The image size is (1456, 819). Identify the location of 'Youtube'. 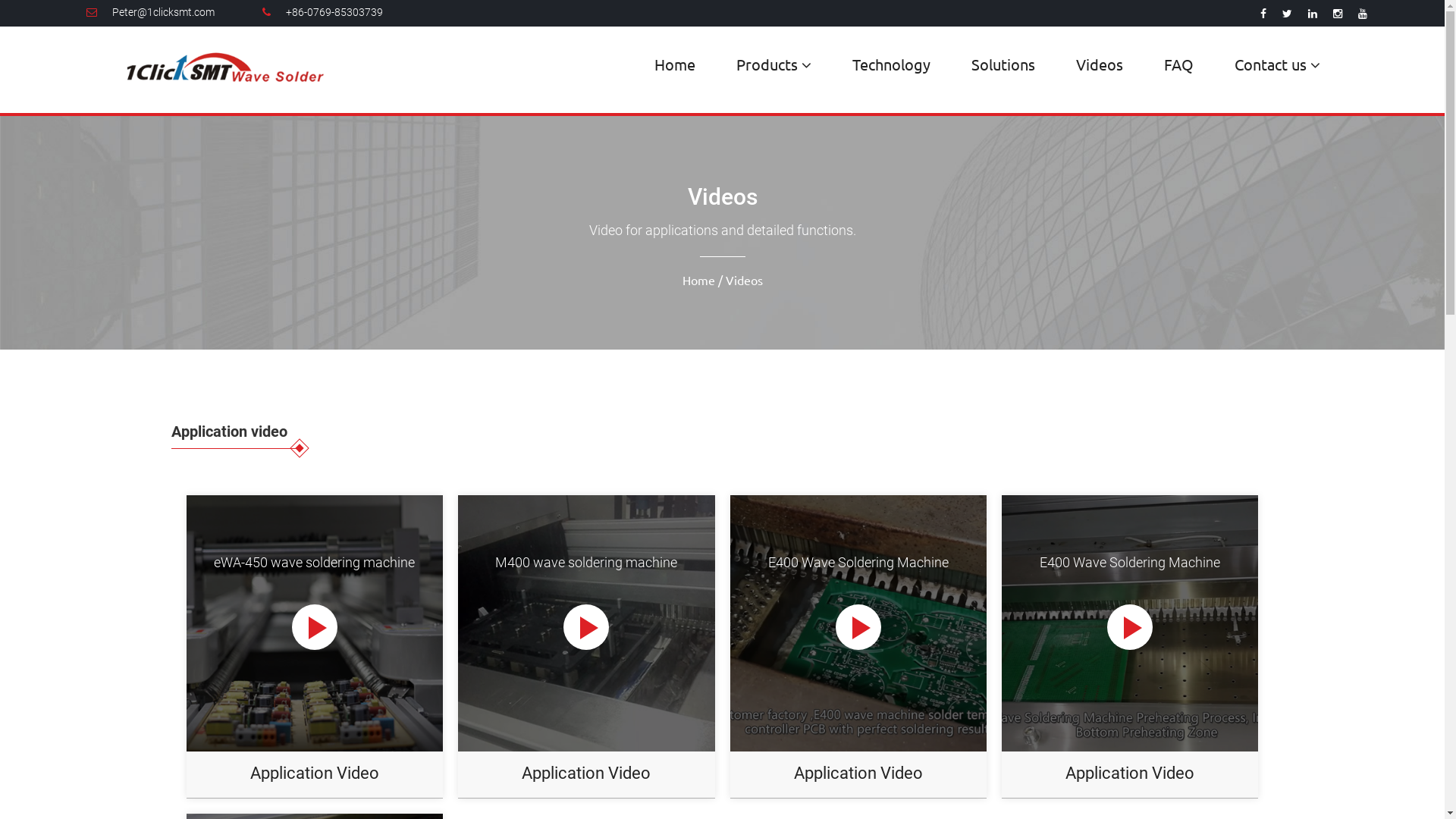
(1362, 14).